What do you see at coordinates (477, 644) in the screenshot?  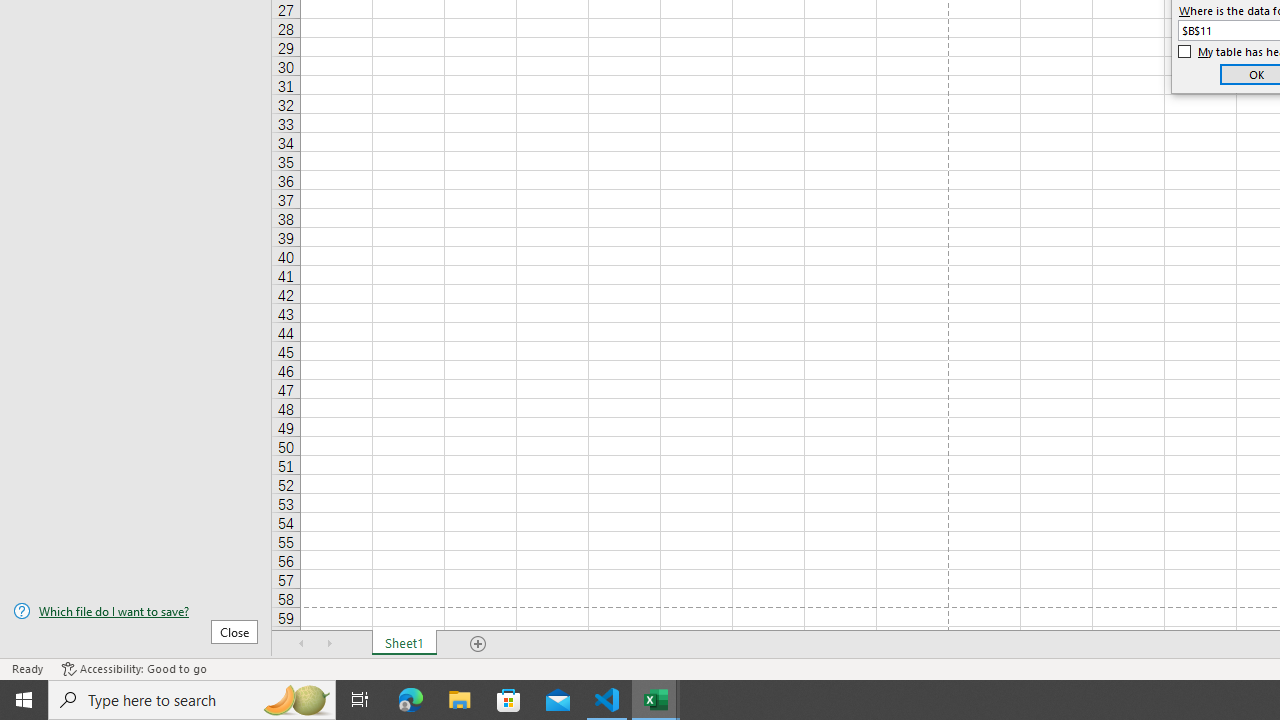 I see `'Add Sheet'` at bounding box center [477, 644].